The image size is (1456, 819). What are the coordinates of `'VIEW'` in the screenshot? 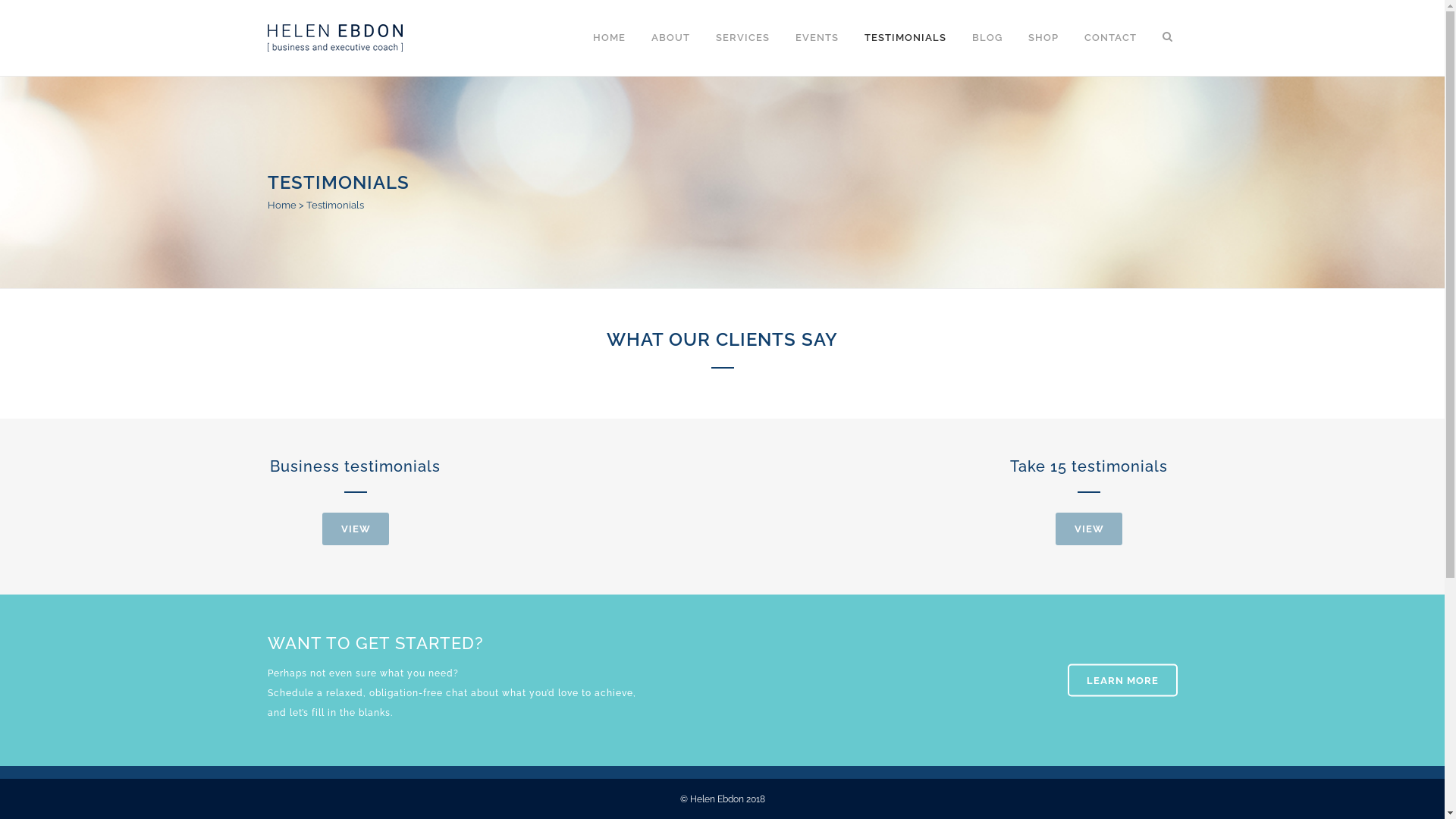 It's located at (1055, 528).